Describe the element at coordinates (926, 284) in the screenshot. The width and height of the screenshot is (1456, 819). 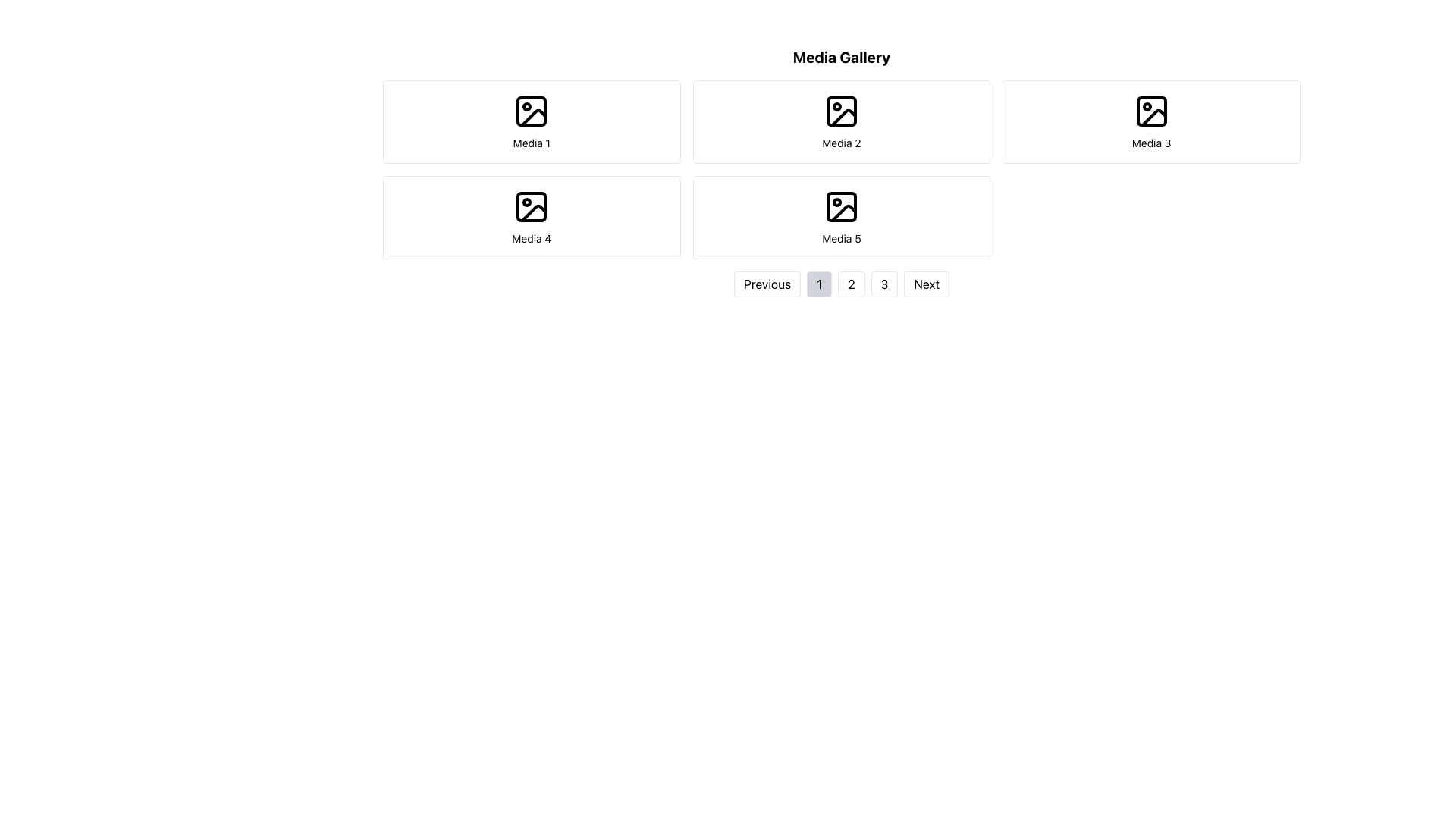
I see `the pagination button located in the bottom-right corner of the section containing navigation controls` at that location.